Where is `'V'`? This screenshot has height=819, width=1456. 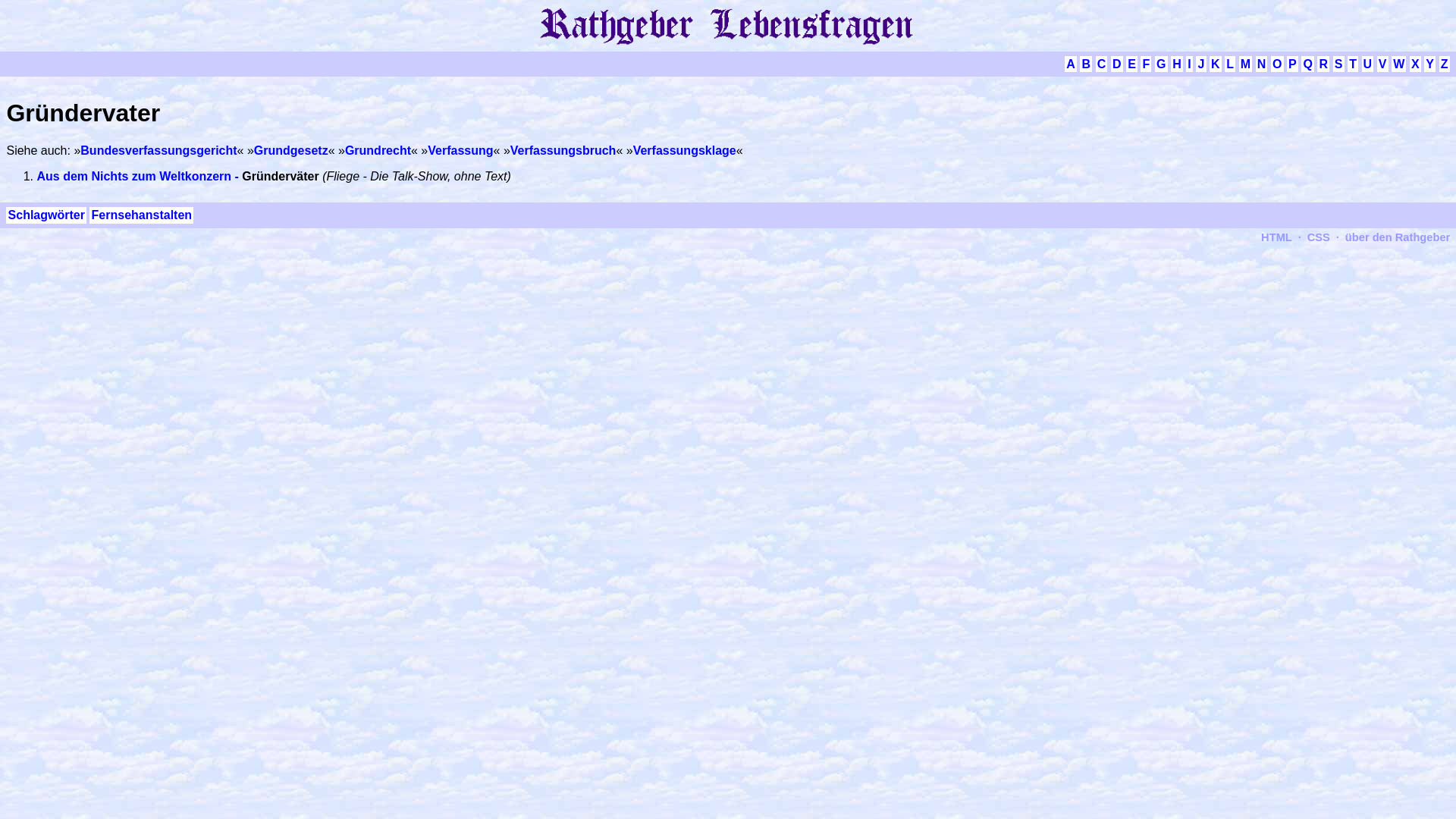 'V' is located at coordinates (1382, 63).